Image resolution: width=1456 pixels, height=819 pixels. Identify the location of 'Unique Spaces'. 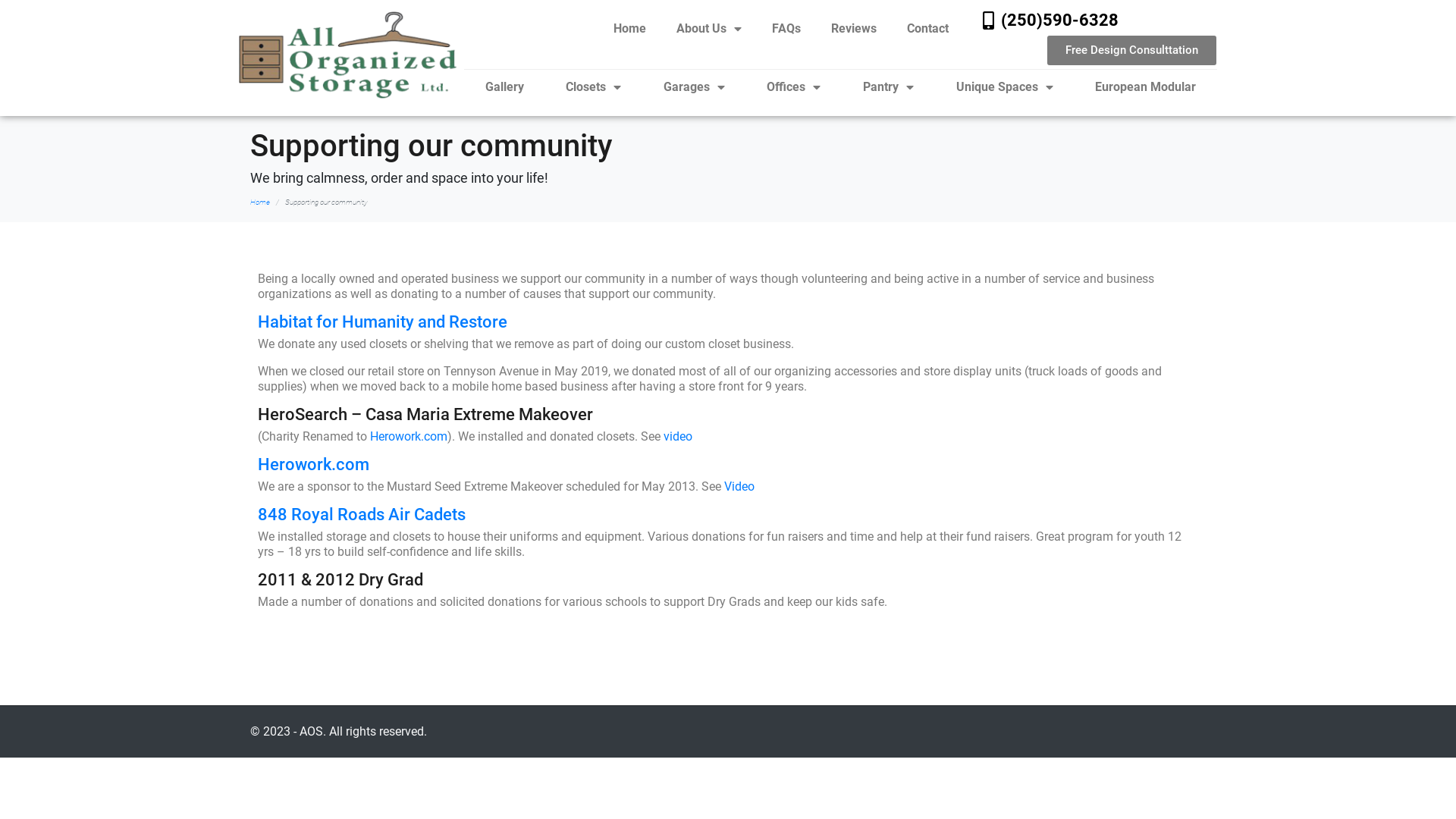
(934, 87).